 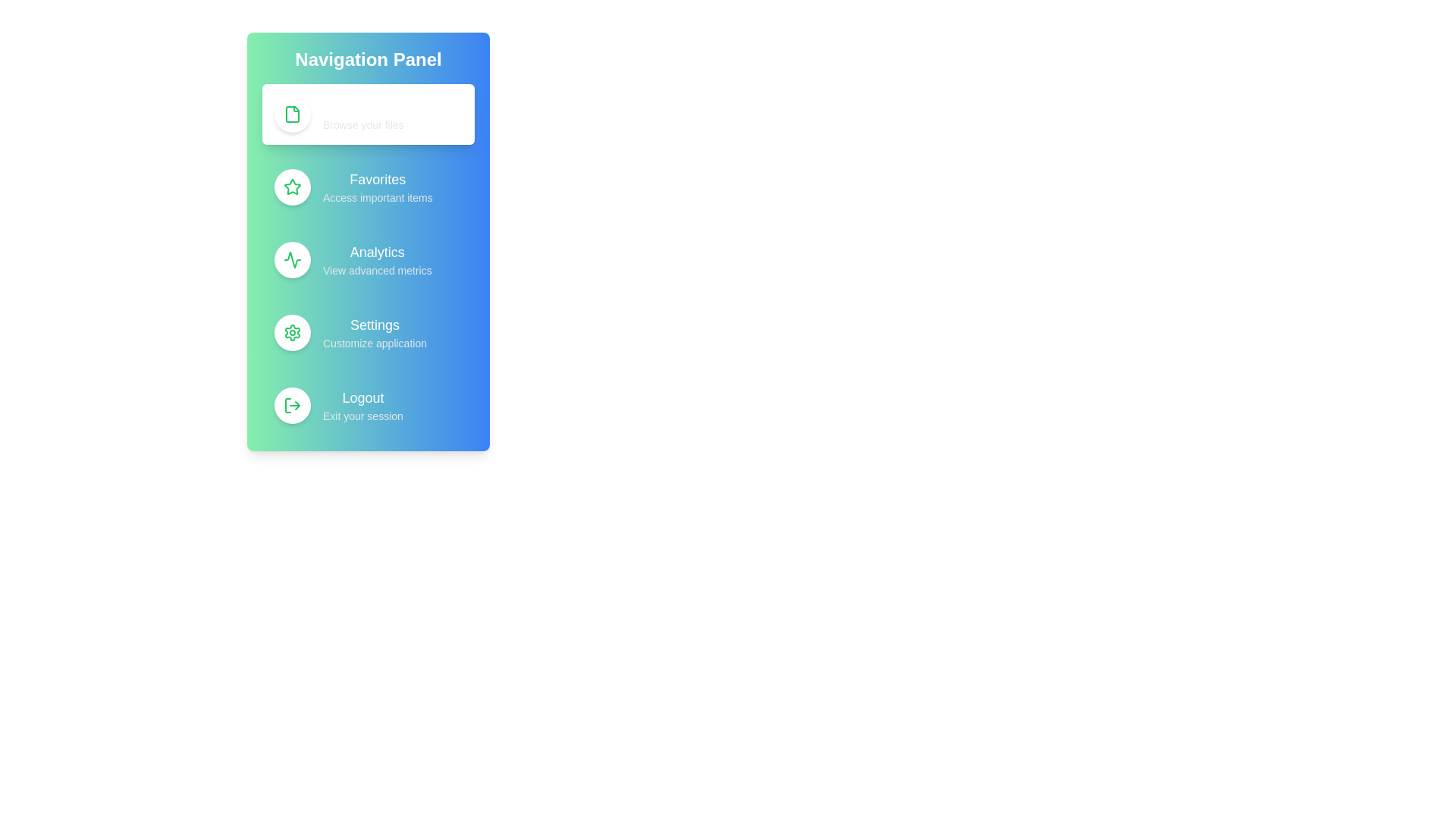 I want to click on the menu option Logout from the navigation menu, so click(x=368, y=405).